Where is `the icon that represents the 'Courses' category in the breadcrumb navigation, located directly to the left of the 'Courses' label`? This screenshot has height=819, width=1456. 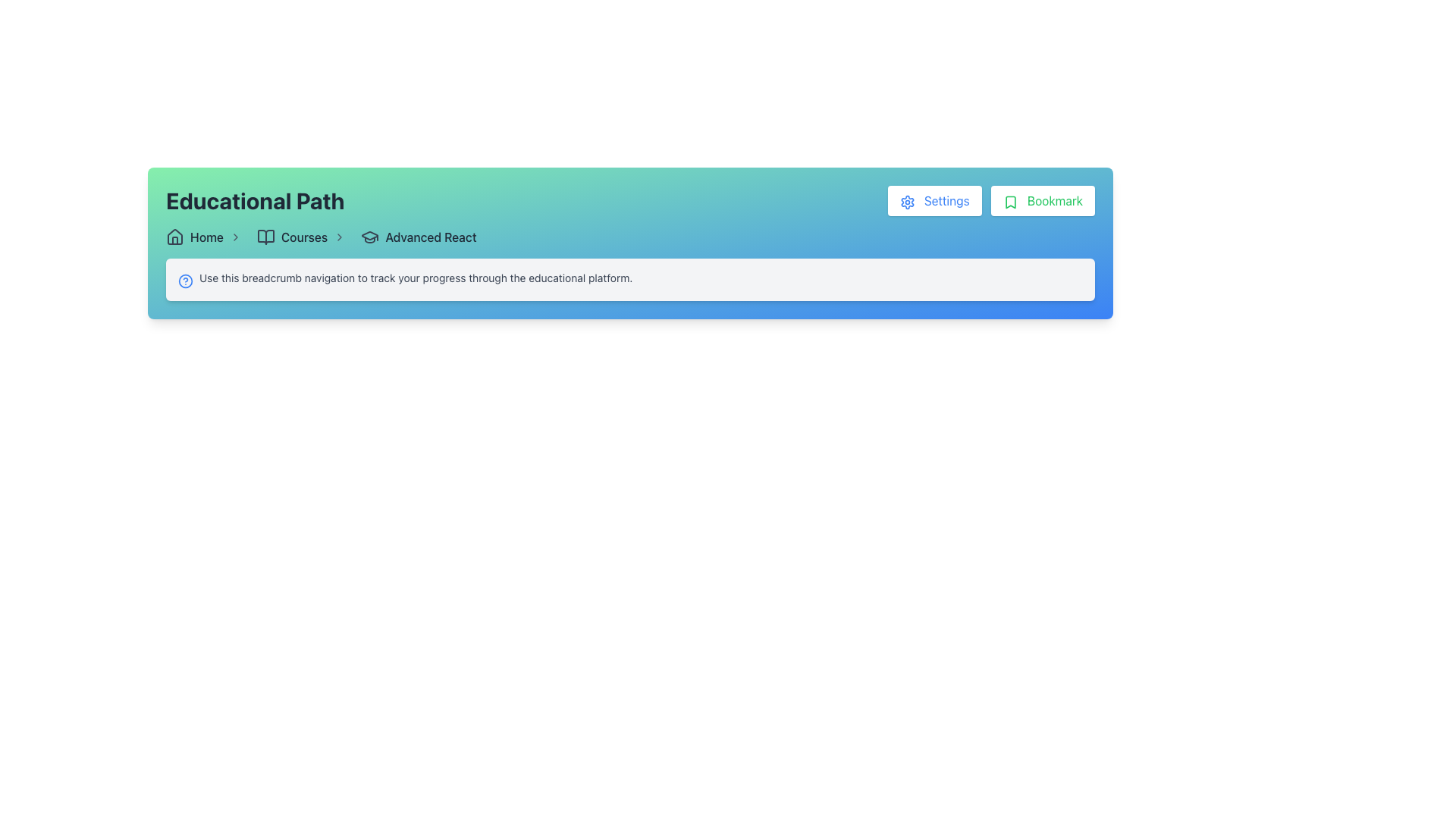
the icon that represents the 'Courses' category in the breadcrumb navigation, located directly to the left of the 'Courses' label is located at coordinates (265, 237).